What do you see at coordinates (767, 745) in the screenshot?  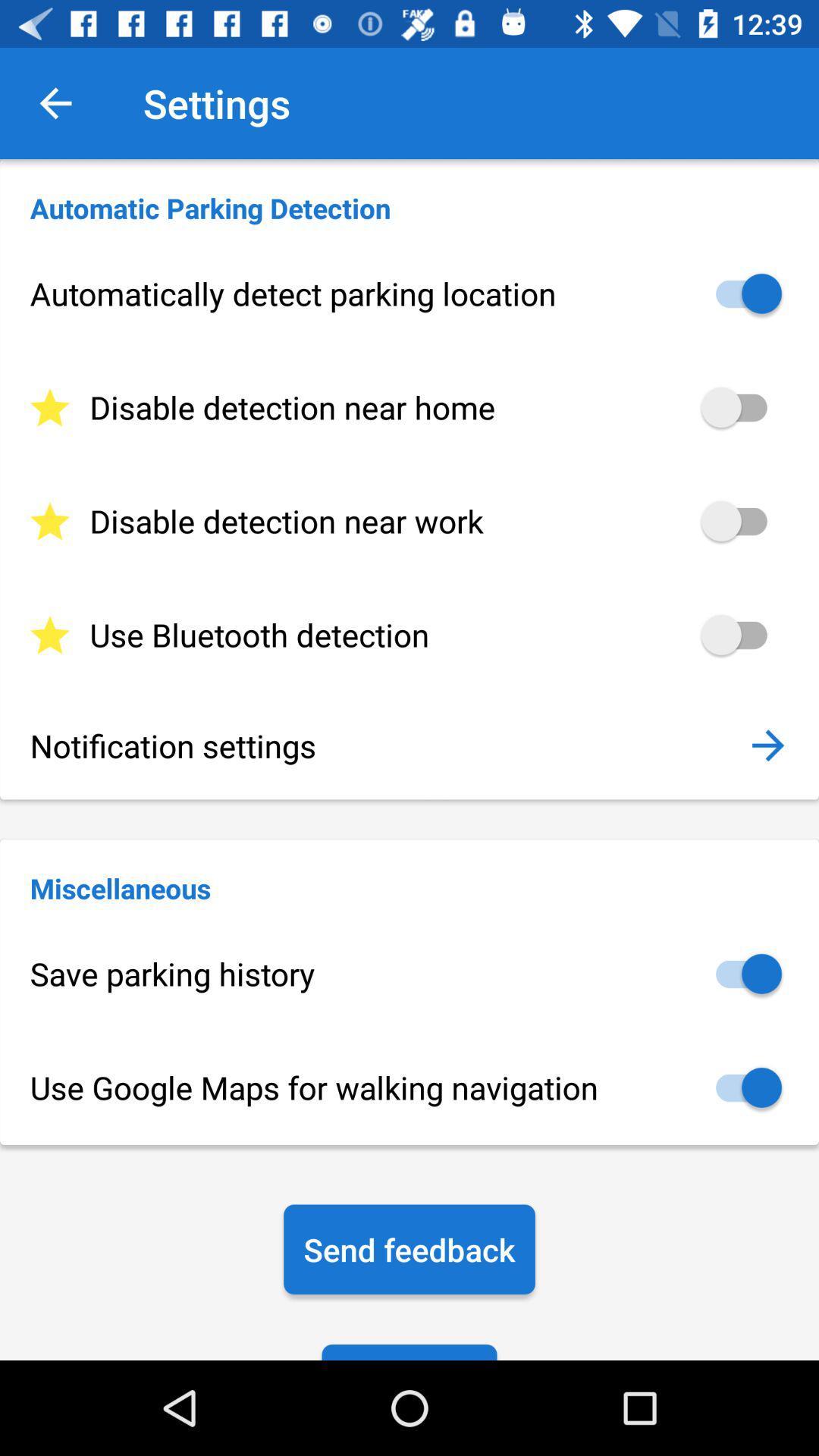 I see `the icon on the right` at bounding box center [767, 745].